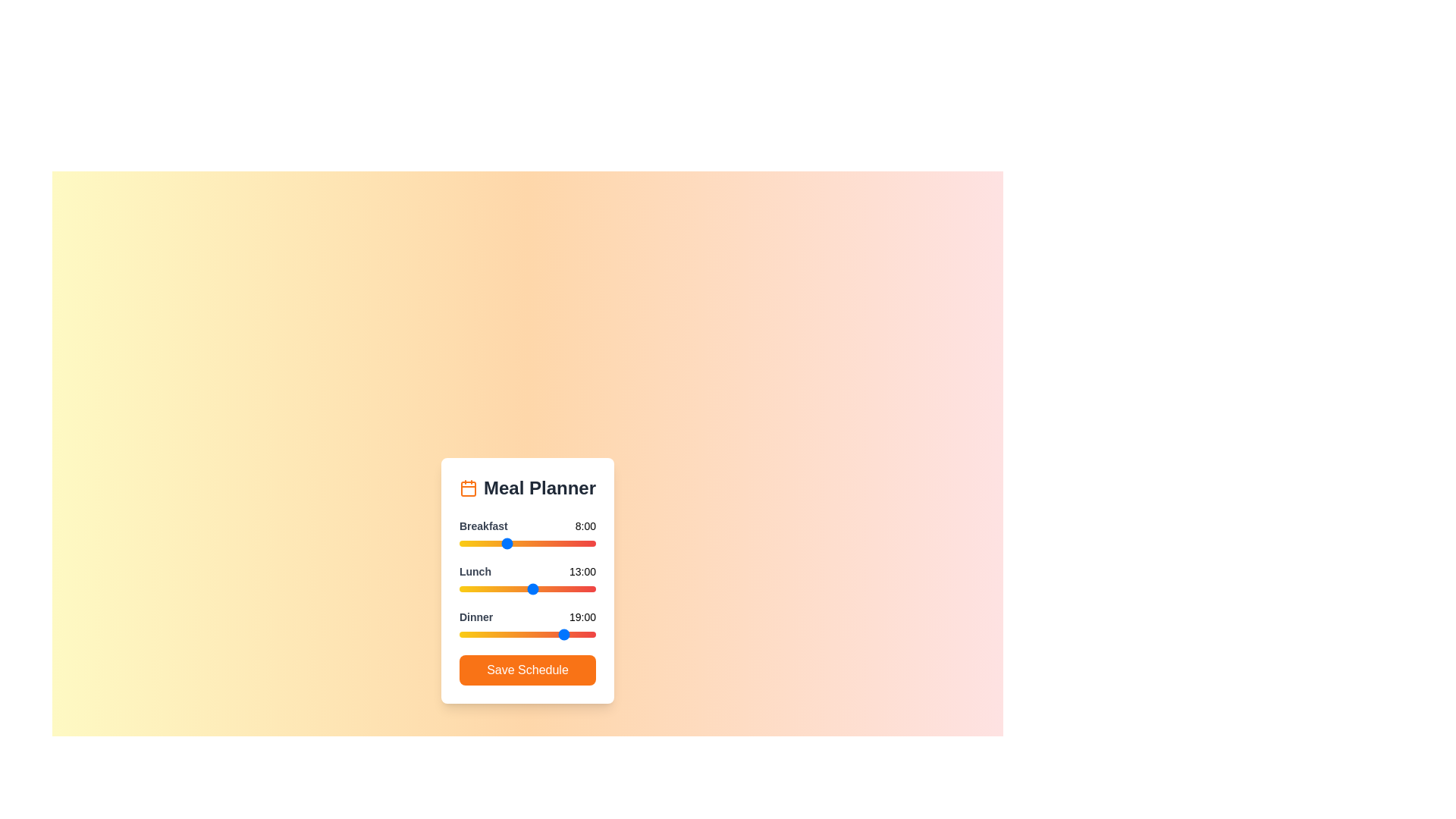 This screenshot has height=819, width=1456. Describe the element at coordinates (475, 588) in the screenshot. I see `the 1 slider to 3` at that location.